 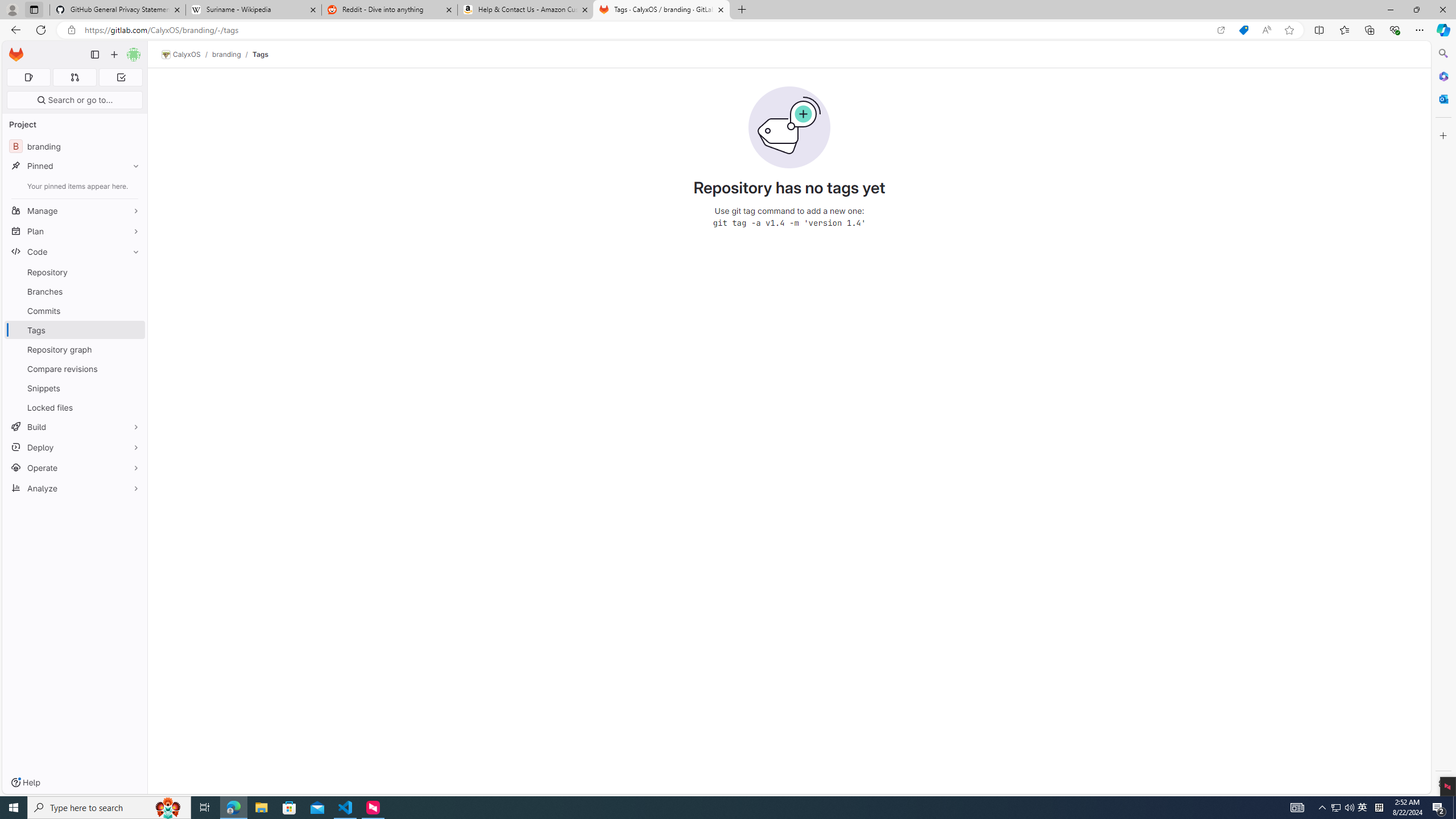 I want to click on 'Deploy', so click(x=74, y=446).